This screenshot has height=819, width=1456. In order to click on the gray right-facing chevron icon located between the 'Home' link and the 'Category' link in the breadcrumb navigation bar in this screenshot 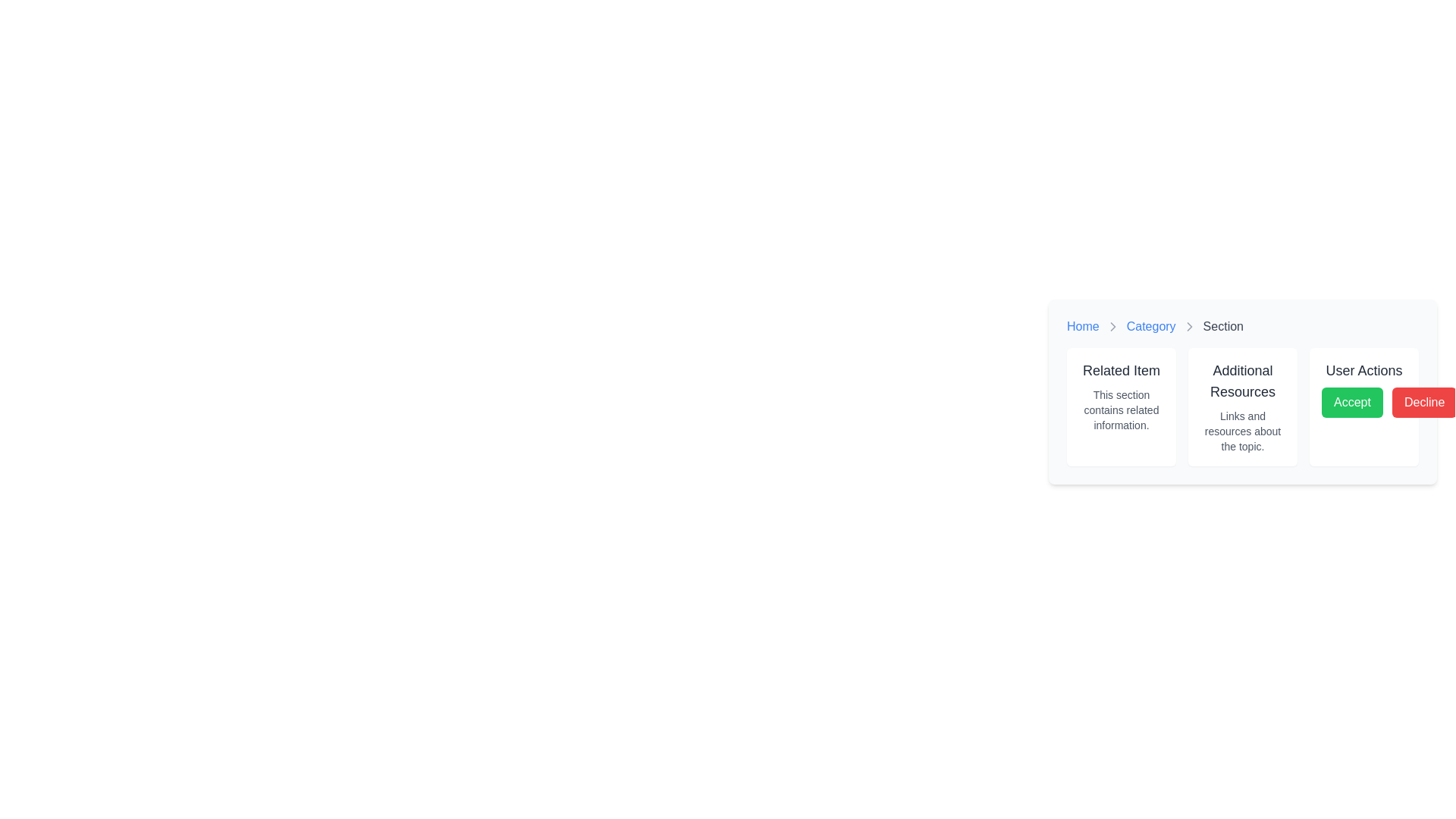, I will do `click(1112, 326)`.